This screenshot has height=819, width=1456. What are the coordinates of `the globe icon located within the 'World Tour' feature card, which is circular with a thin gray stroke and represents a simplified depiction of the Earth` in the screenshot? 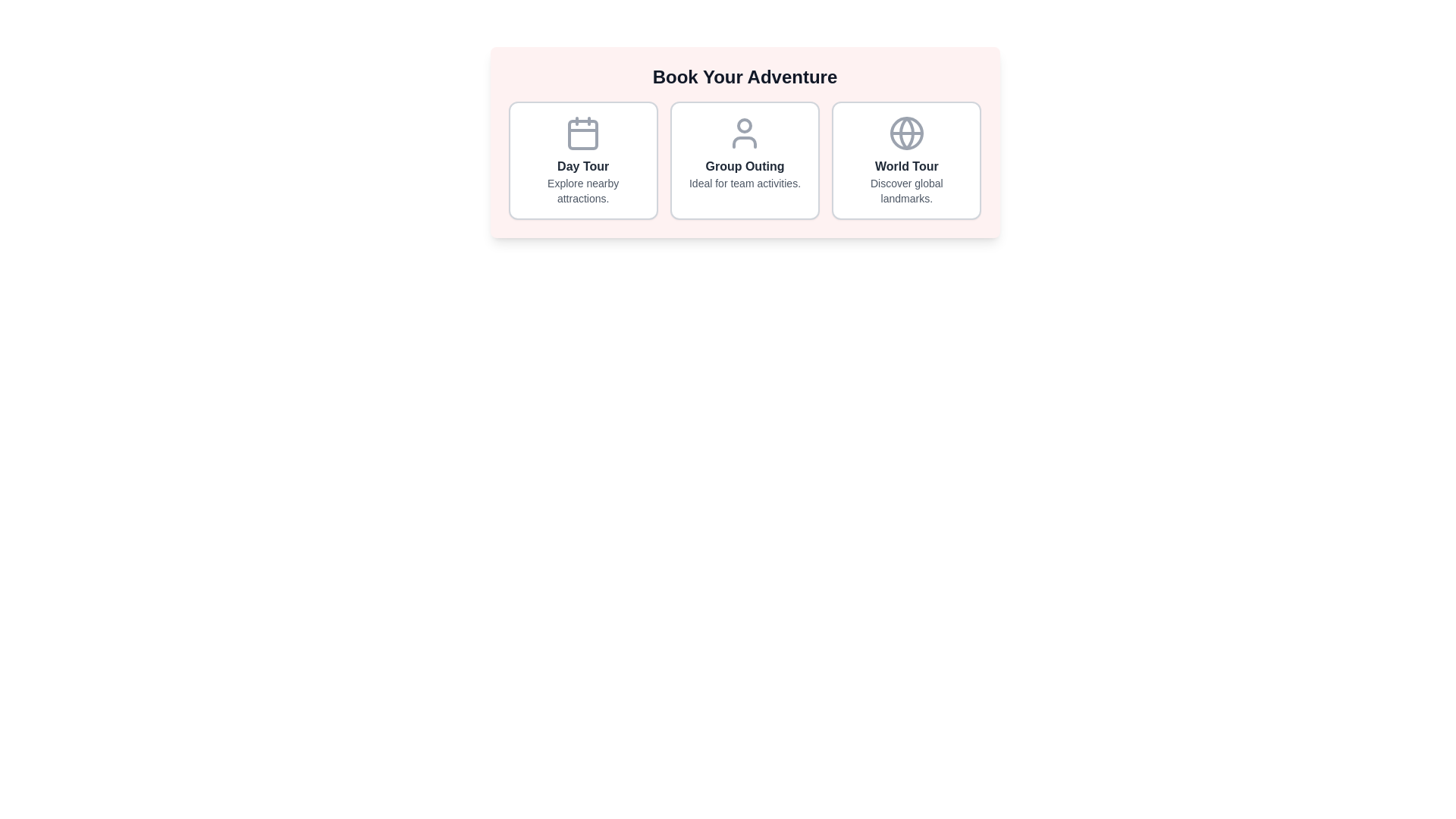 It's located at (906, 133).